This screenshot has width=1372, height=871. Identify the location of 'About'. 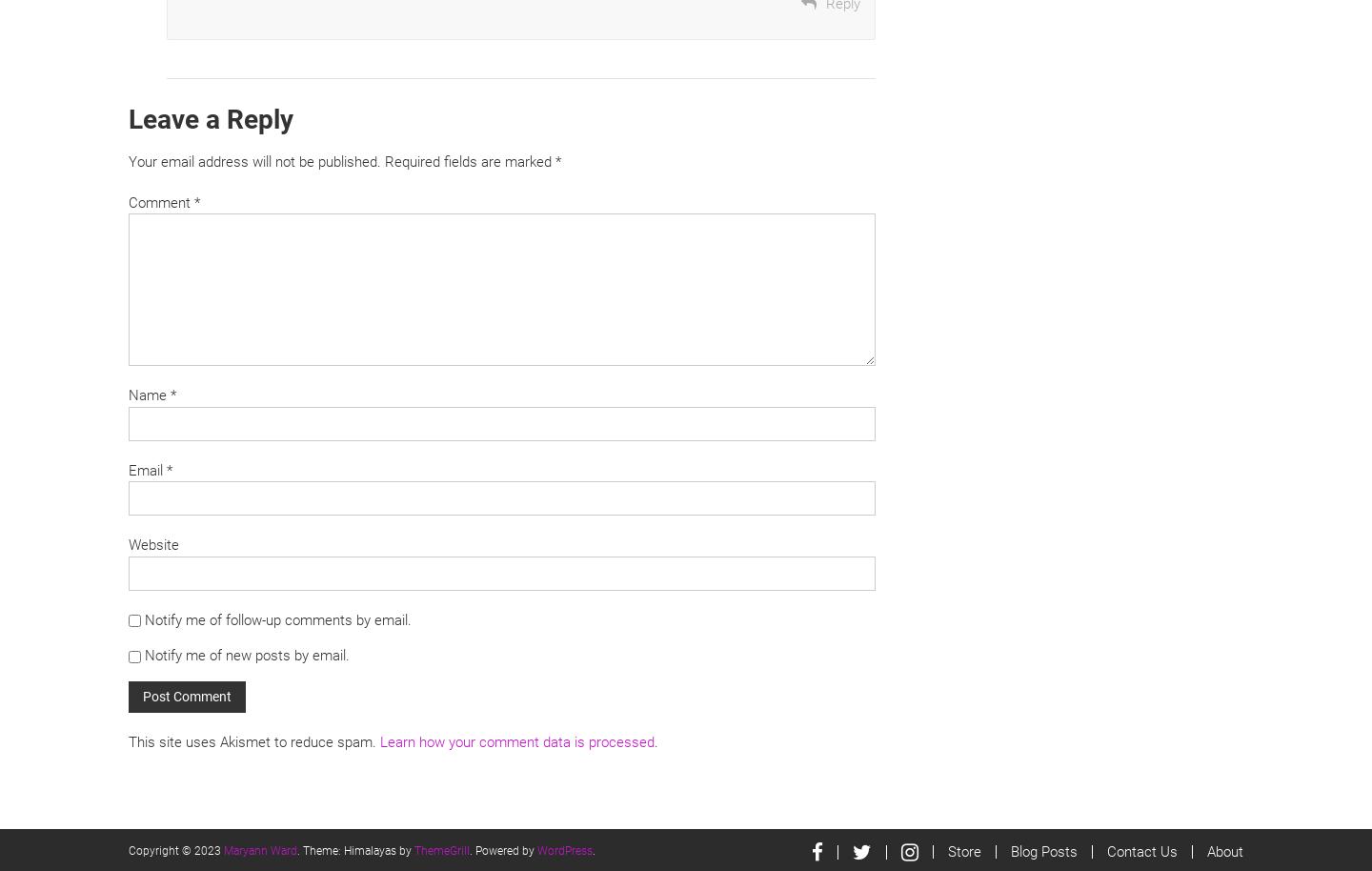
(1225, 850).